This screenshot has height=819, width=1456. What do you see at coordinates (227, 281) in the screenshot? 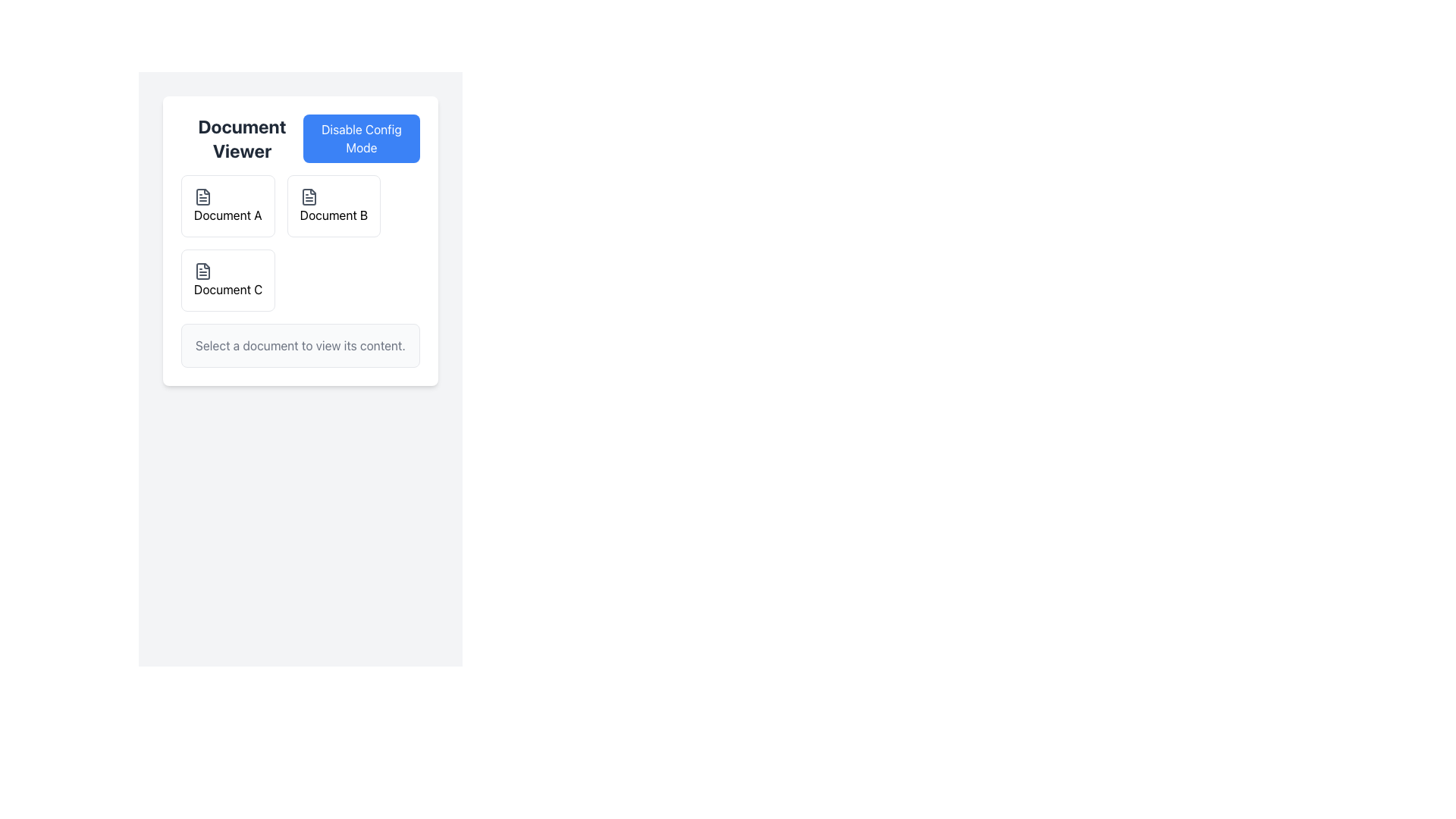
I see `the button in the document viewer interface` at bounding box center [227, 281].